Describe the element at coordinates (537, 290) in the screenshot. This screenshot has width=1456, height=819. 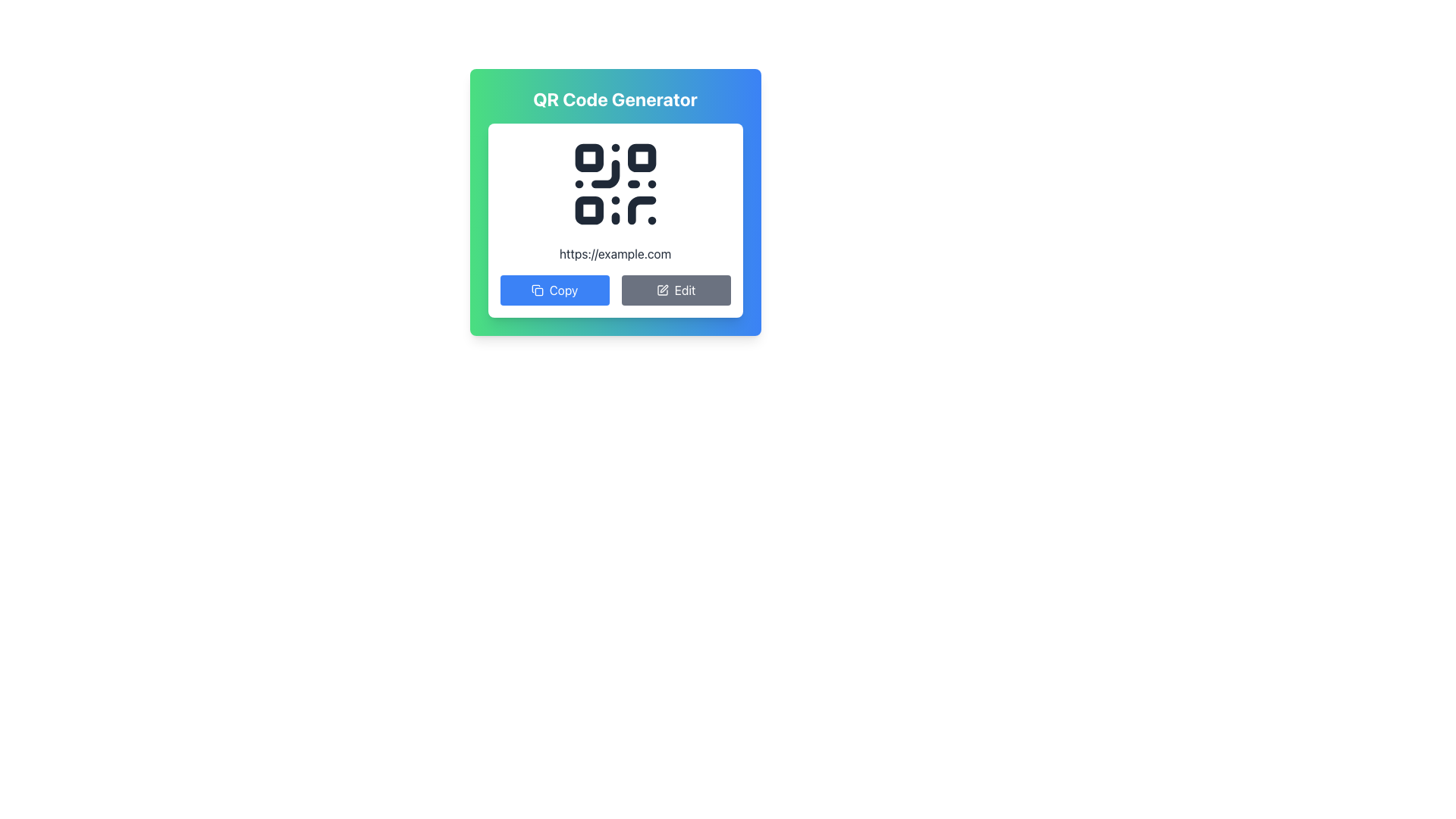
I see `the copy action icon, which is a double-sheet shaped outline located to the left of the 'Copy' button label` at that location.